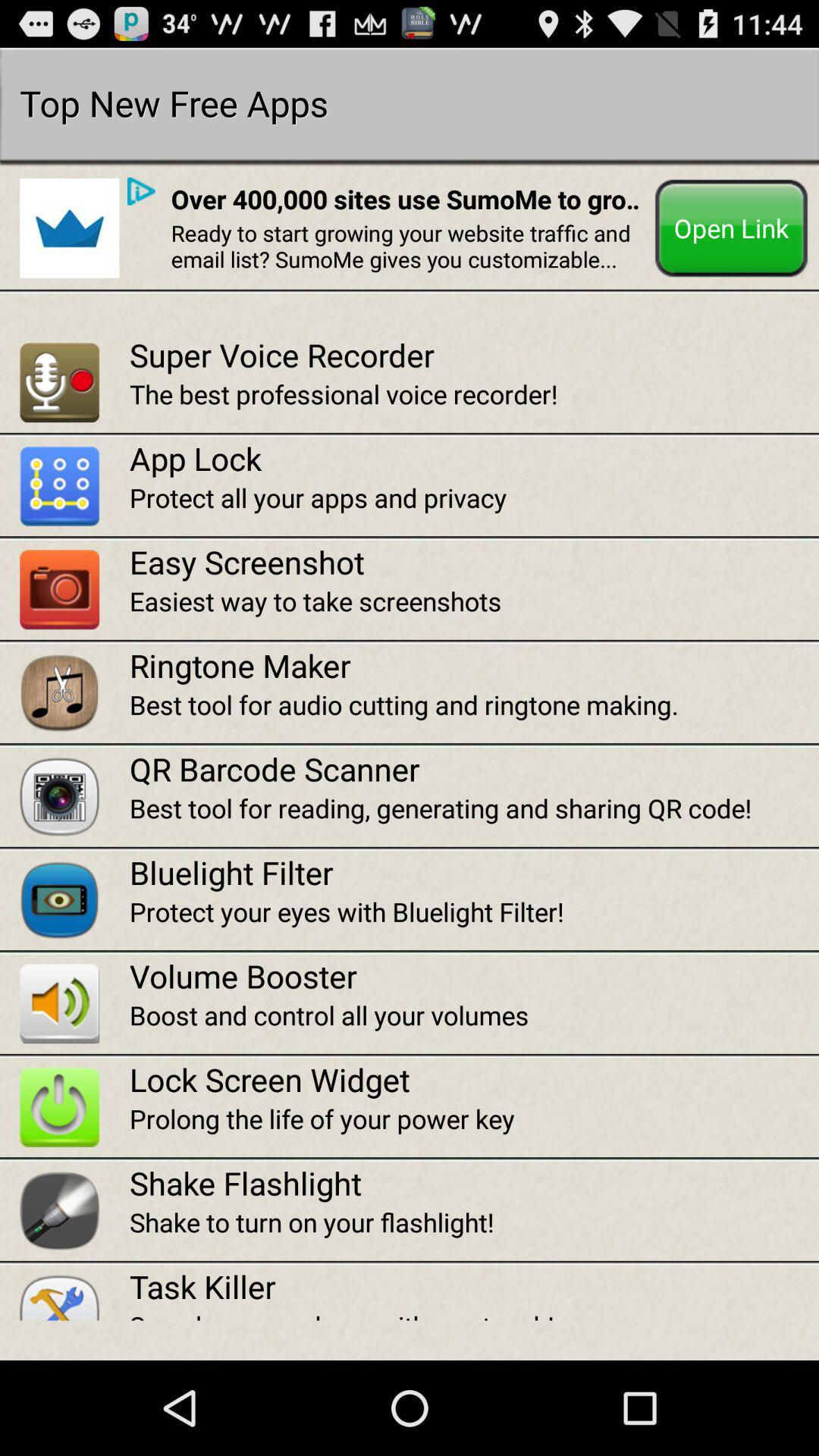 The image size is (819, 1456). Describe the element at coordinates (473, 1078) in the screenshot. I see `lock screen widget item` at that location.